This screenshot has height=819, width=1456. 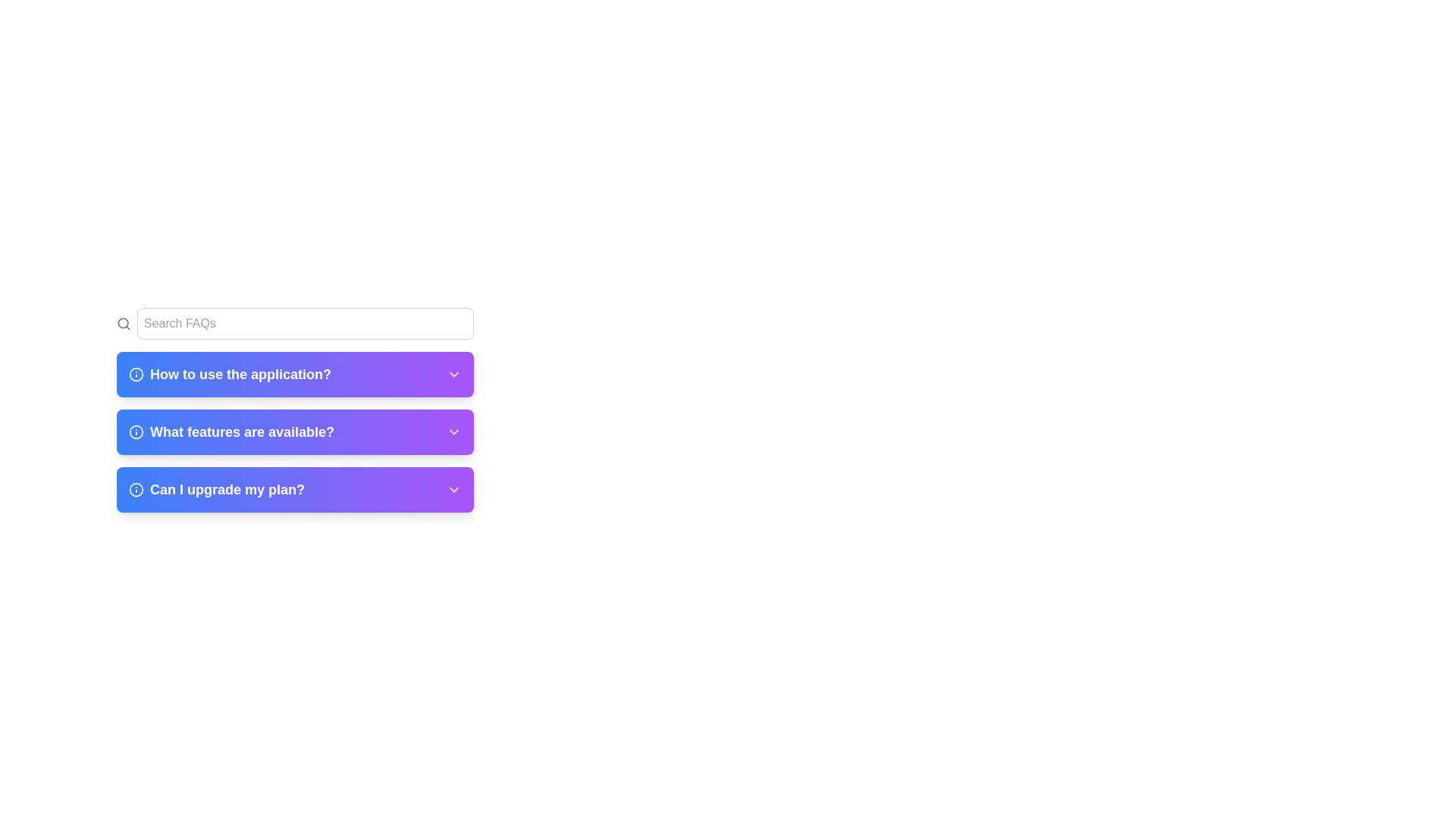 What do you see at coordinates (229, 374) in the screenshot?
I see `the text label reading 'How to use the application?'` at bounding box center [229, 374].